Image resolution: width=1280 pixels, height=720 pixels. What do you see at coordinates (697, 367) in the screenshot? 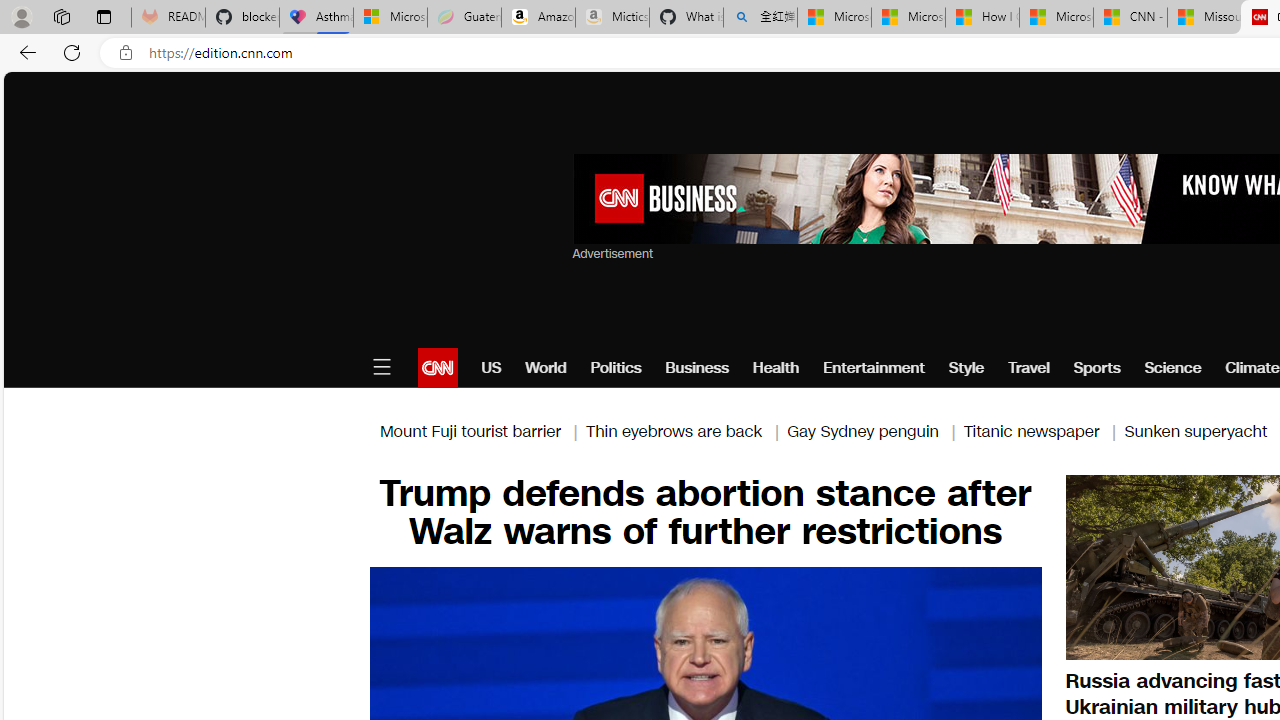
I see `'Business'` at bounding box center [697, 367].